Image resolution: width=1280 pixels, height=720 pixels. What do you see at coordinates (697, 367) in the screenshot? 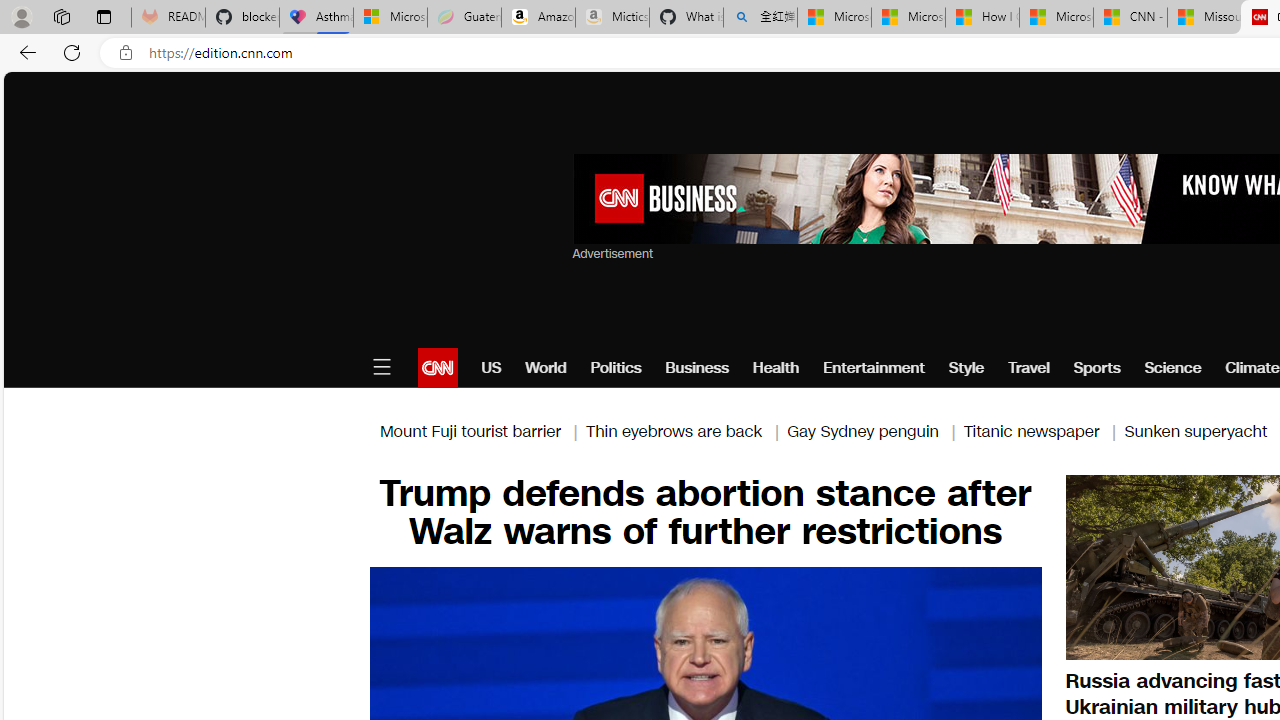
I see `'Business'` at bounding box center [697, 367].